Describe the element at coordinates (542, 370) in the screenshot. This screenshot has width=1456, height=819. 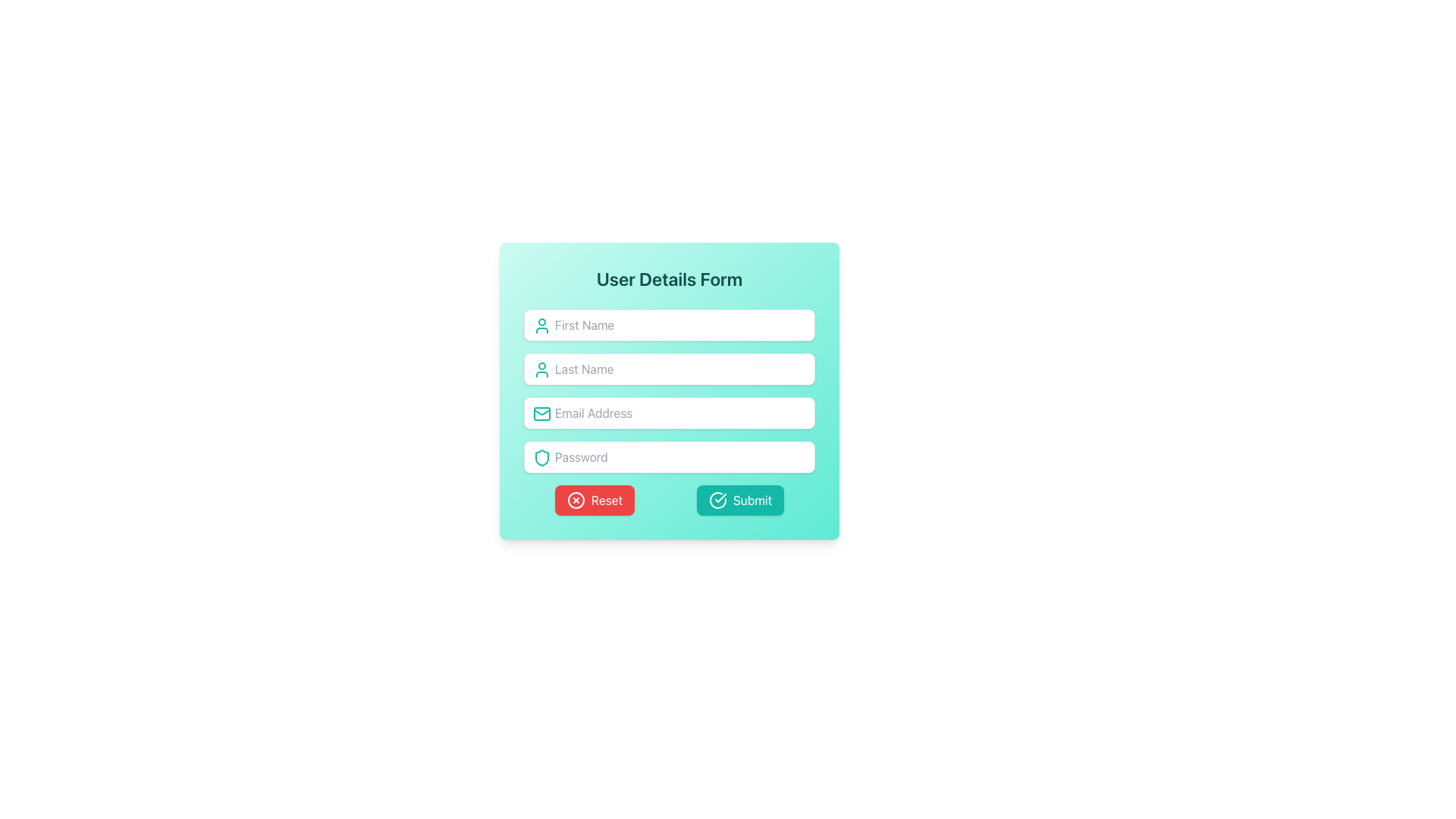
I see `the decorative icon depicting a user silhouette, which is styled in teal color and located to the left of the 'Last Name' input field, distinctively offset above its placeholder text` at that location.